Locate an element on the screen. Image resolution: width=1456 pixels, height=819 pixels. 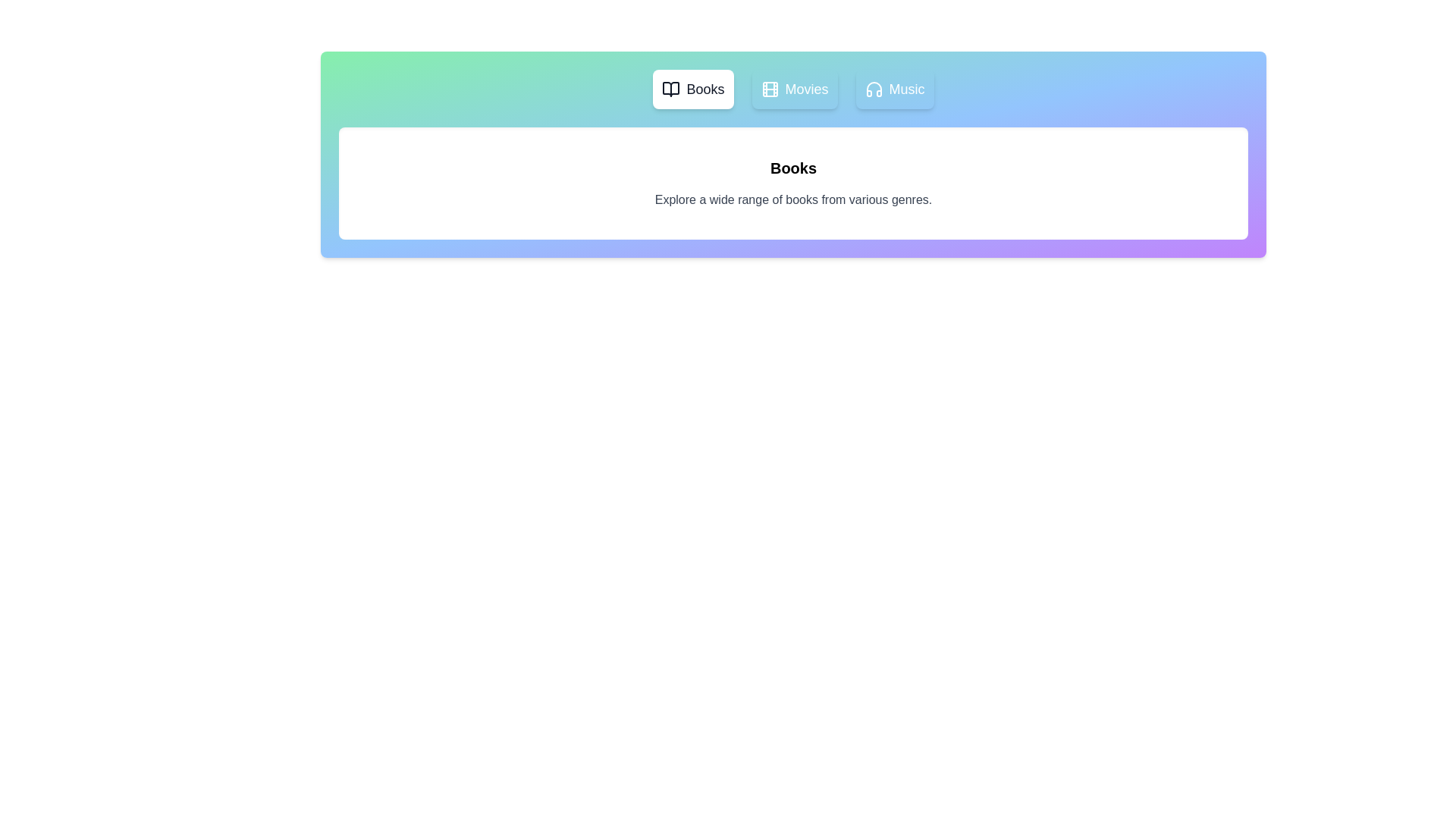
the tab labeled Movies is located at coordinates (793, 89).